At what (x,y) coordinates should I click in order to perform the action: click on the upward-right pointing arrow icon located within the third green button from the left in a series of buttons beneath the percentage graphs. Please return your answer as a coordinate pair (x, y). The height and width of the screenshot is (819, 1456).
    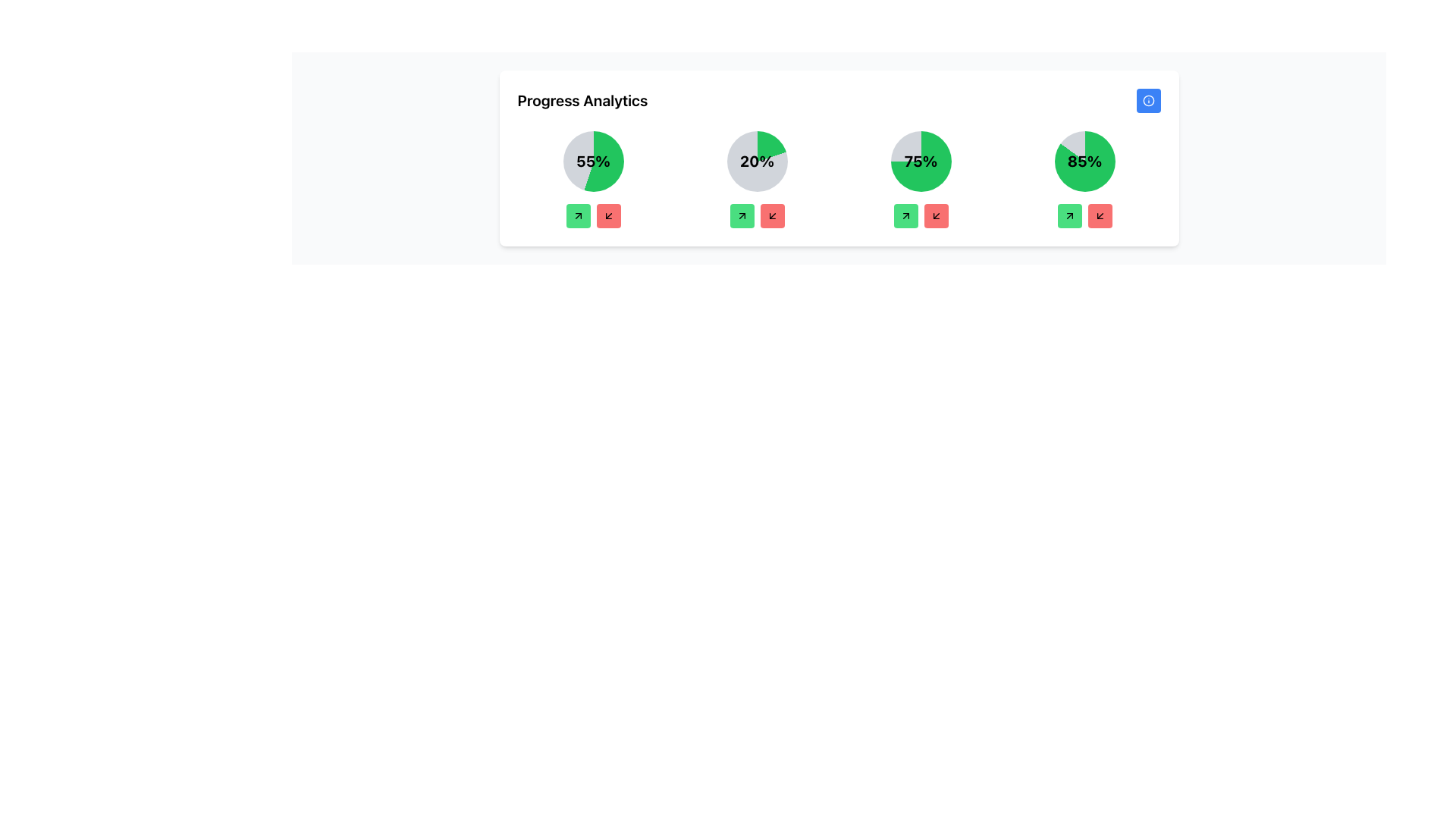
    Looking at the image, I should click on (905, 216).